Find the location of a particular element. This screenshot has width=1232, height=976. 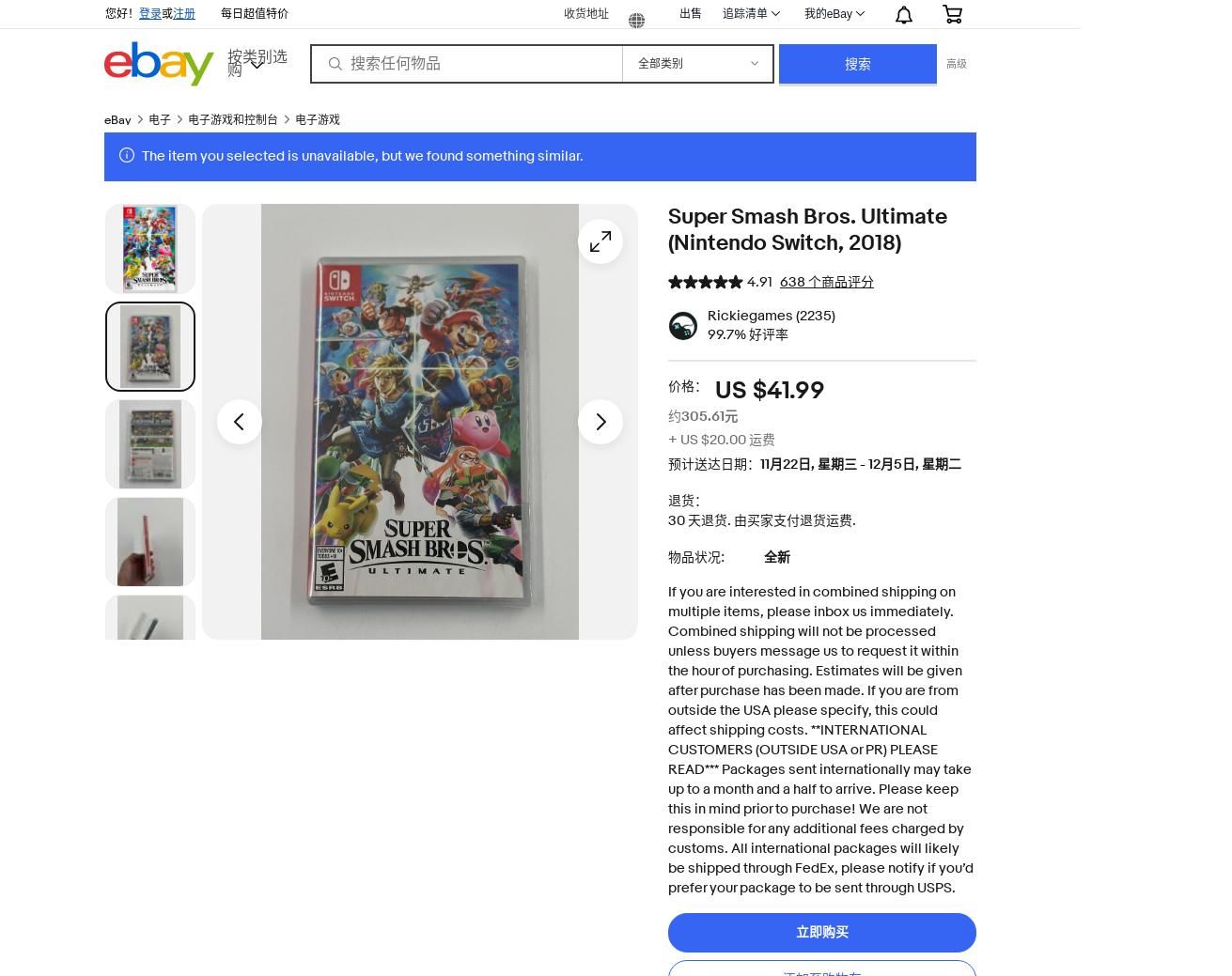

'物品状况:' is located at coordinates (666, 556).